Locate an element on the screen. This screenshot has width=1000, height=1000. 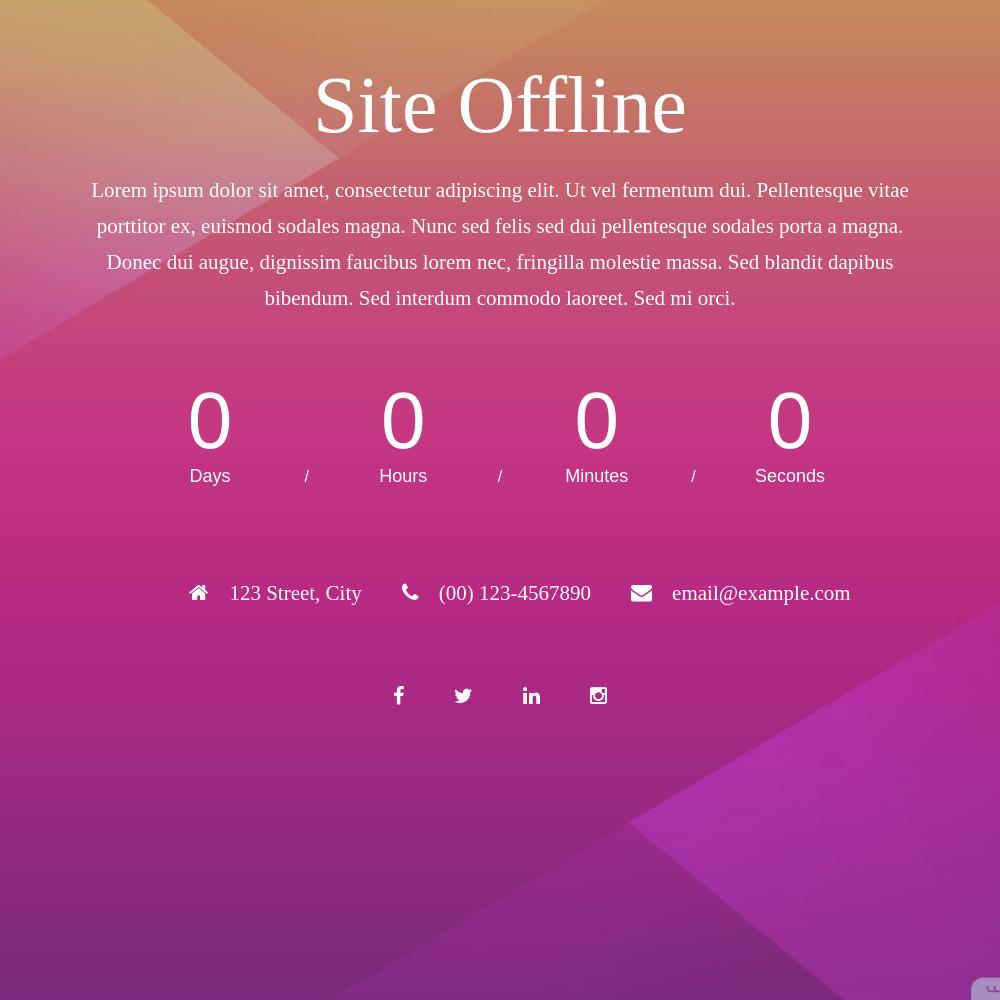
'Seconds' is located at coordinates (790, 475).